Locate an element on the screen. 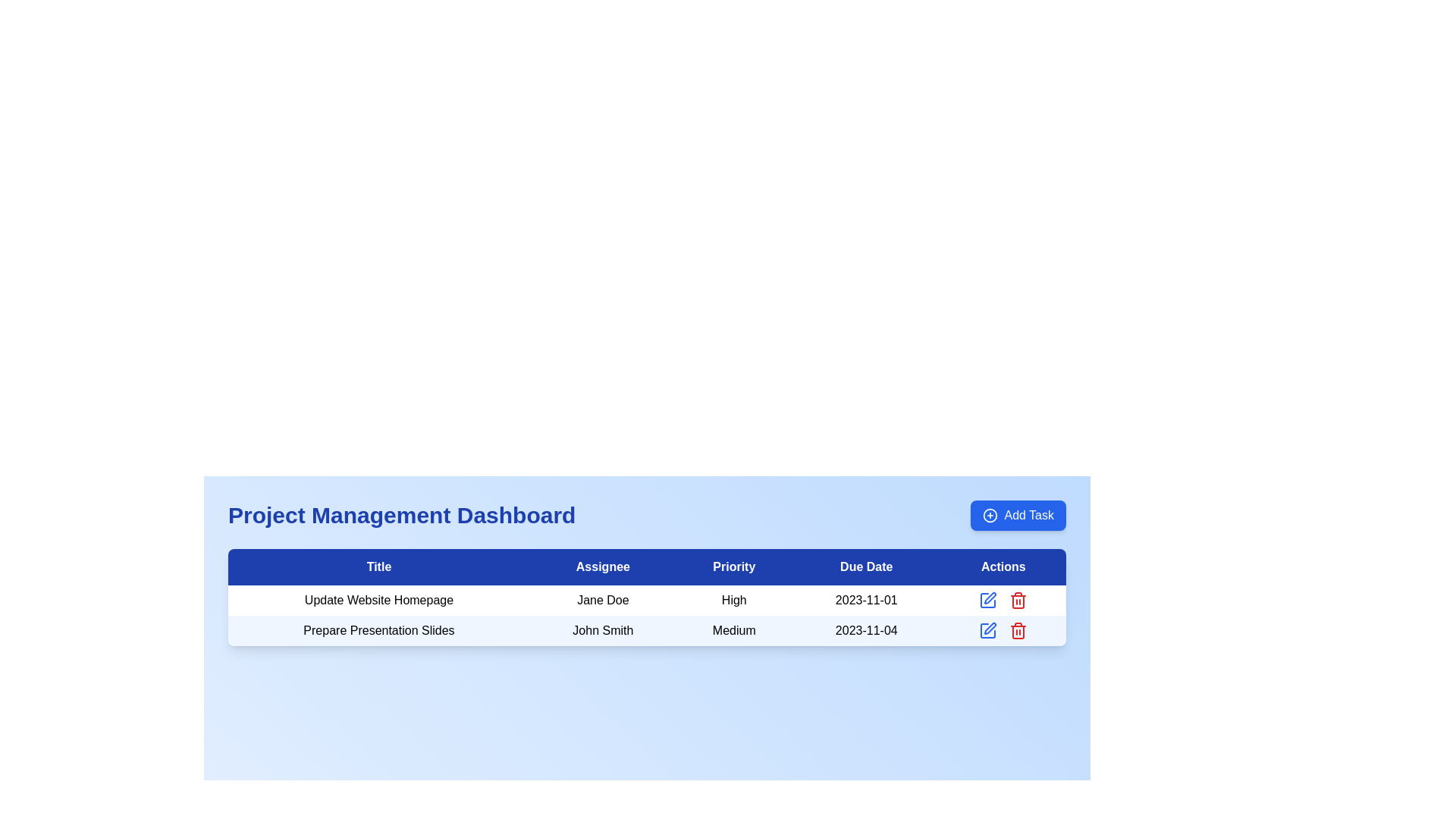 The image size is (1456, 819). the 'Priority' table header label, which is a rectangular box with bold white text on a dark blue background, located in the third column of a tabular interface is located at coordinates (734, 567).